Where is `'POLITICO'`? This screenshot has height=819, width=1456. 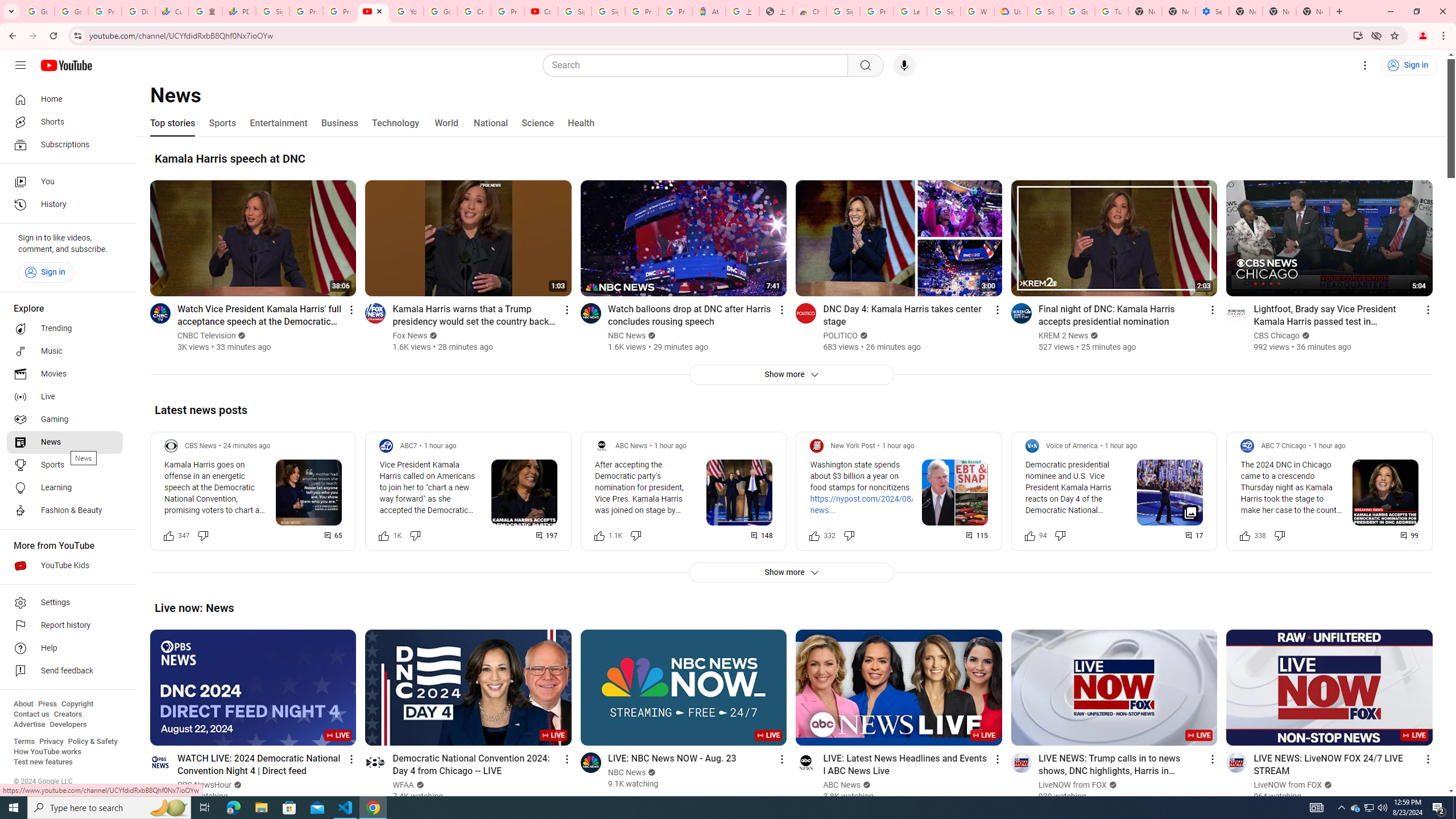 'POLITICO' is located at coordinates (840, 335).